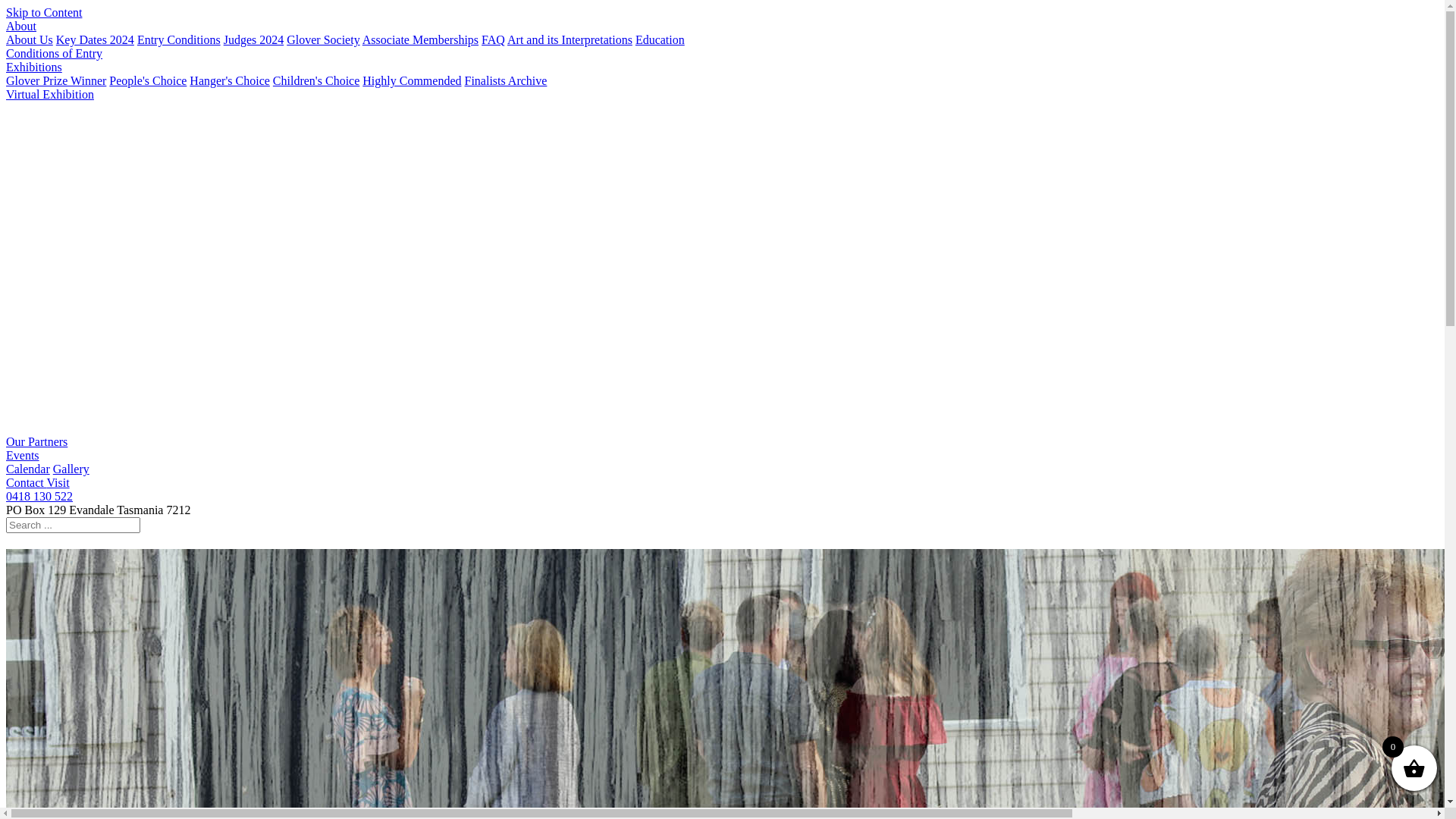 The width and height of the screenshot is (1456, 819). I want to click on 'Highly Commended', so click(411, 80).